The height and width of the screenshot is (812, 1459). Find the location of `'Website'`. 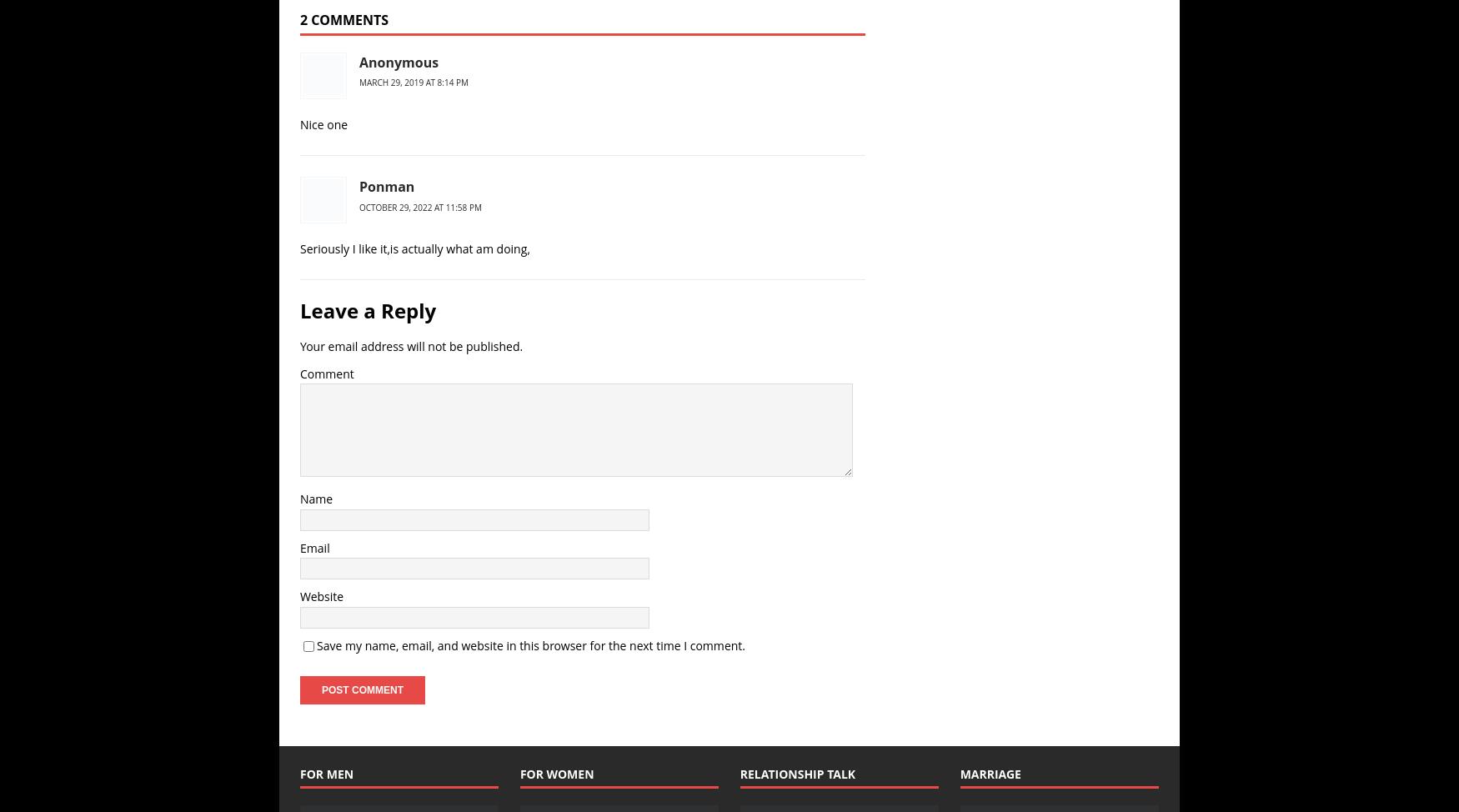

'Website' is located at coordinates (299, 597).